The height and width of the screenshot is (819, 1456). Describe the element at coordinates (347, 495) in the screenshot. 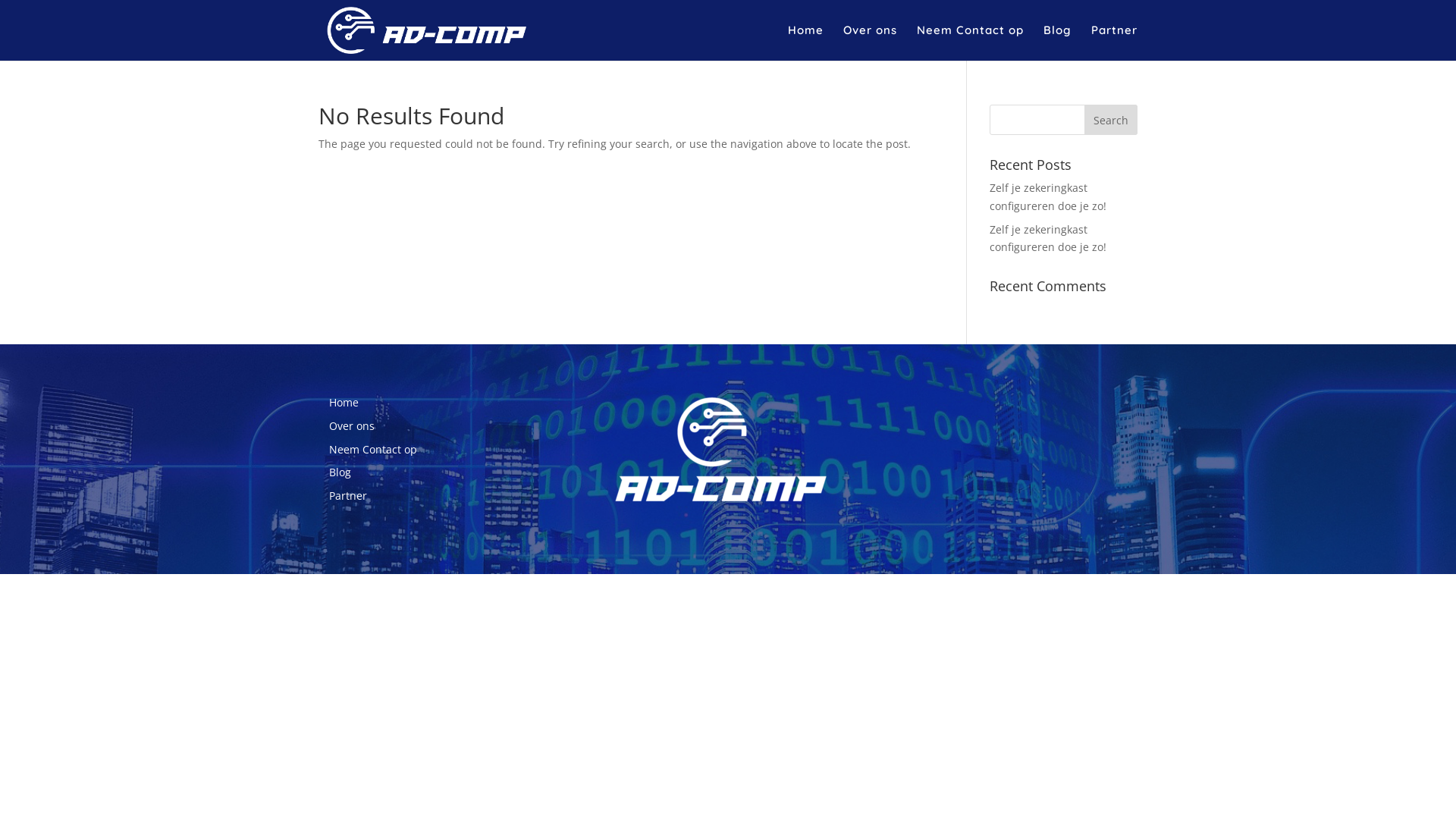

I see `'Partner'` at that location.